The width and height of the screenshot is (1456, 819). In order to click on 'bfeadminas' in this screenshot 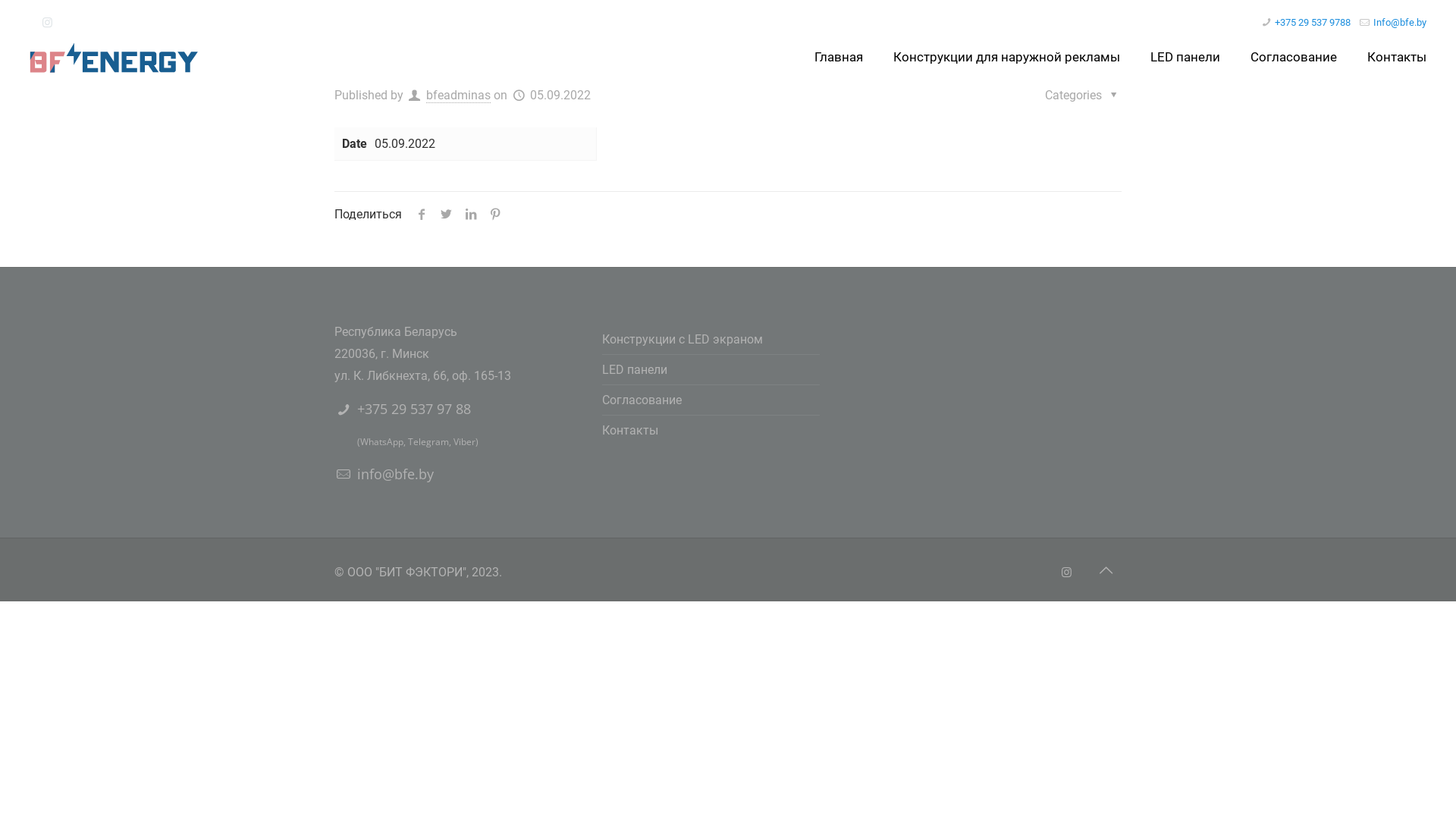, I will do `click(457, 96)`.